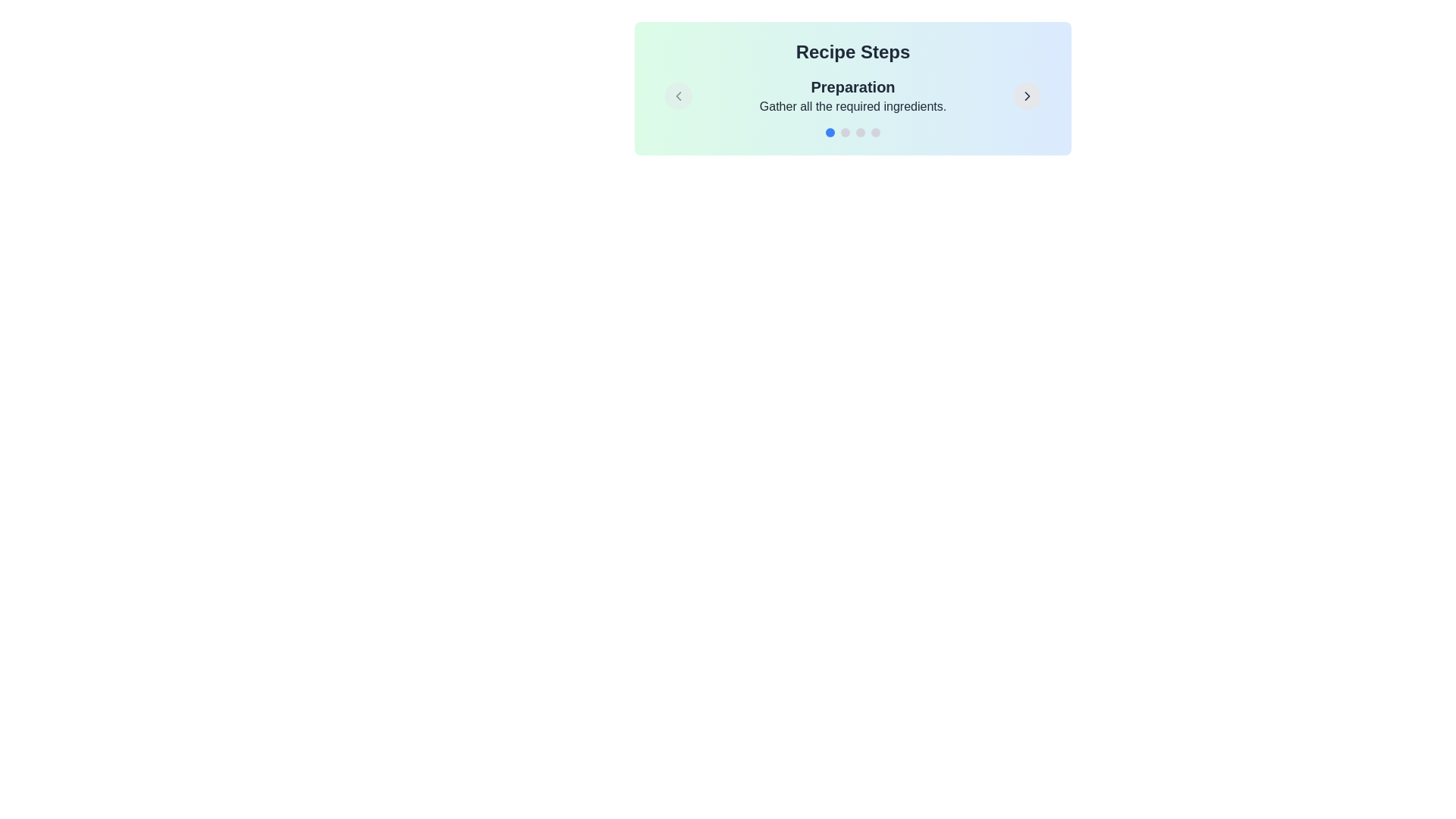  What do you see at coordinates (852, 96) in the screenshot?
I see `the static text element titled 'Preparation' that provides the description 'Gather all the required ingredients.' for accessibility options` at bounding box center [852, 96].